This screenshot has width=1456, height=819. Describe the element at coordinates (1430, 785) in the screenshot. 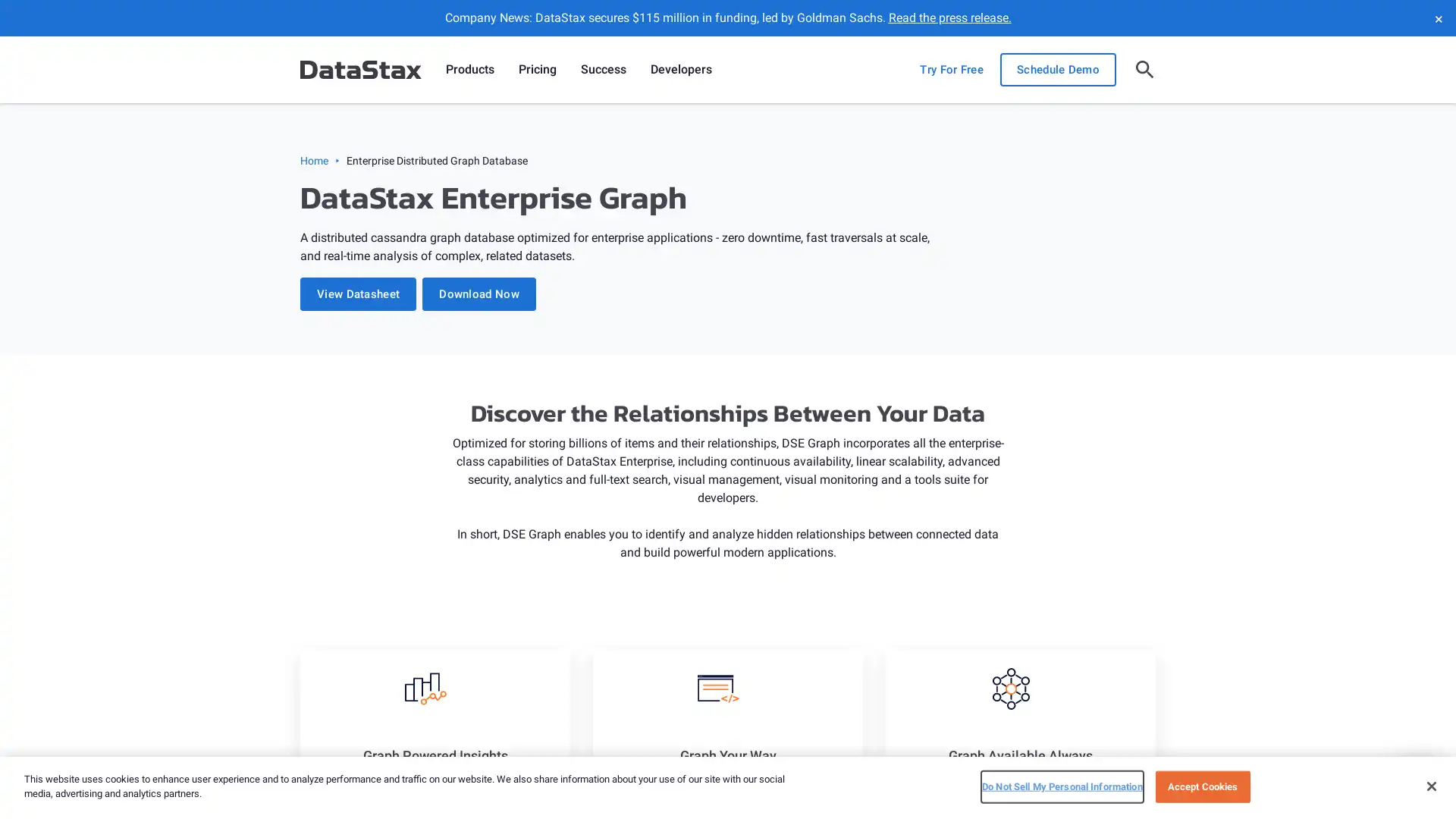

I see `Close` at that location.